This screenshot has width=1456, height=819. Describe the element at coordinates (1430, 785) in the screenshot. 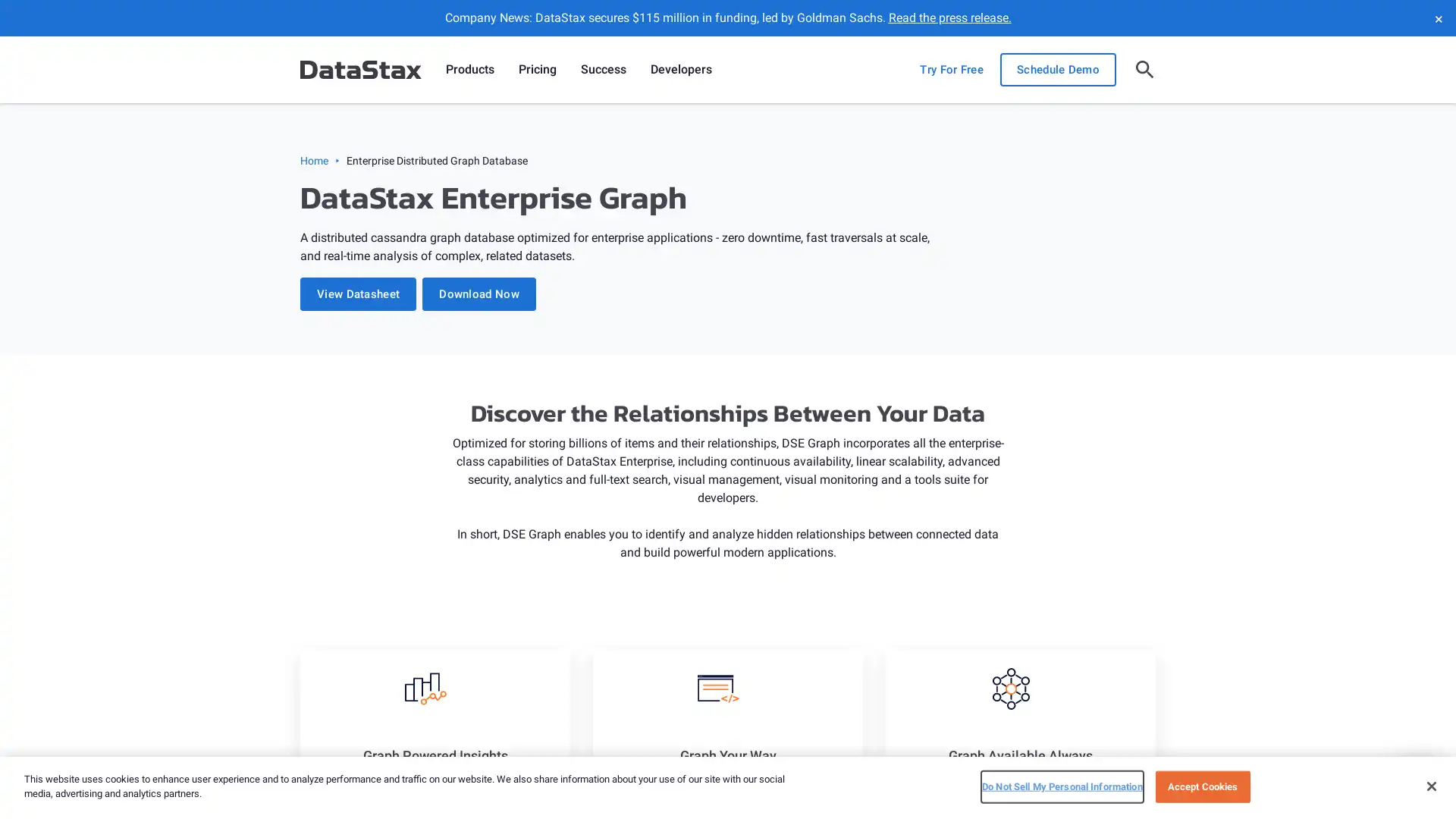

I see `Close` at that location.